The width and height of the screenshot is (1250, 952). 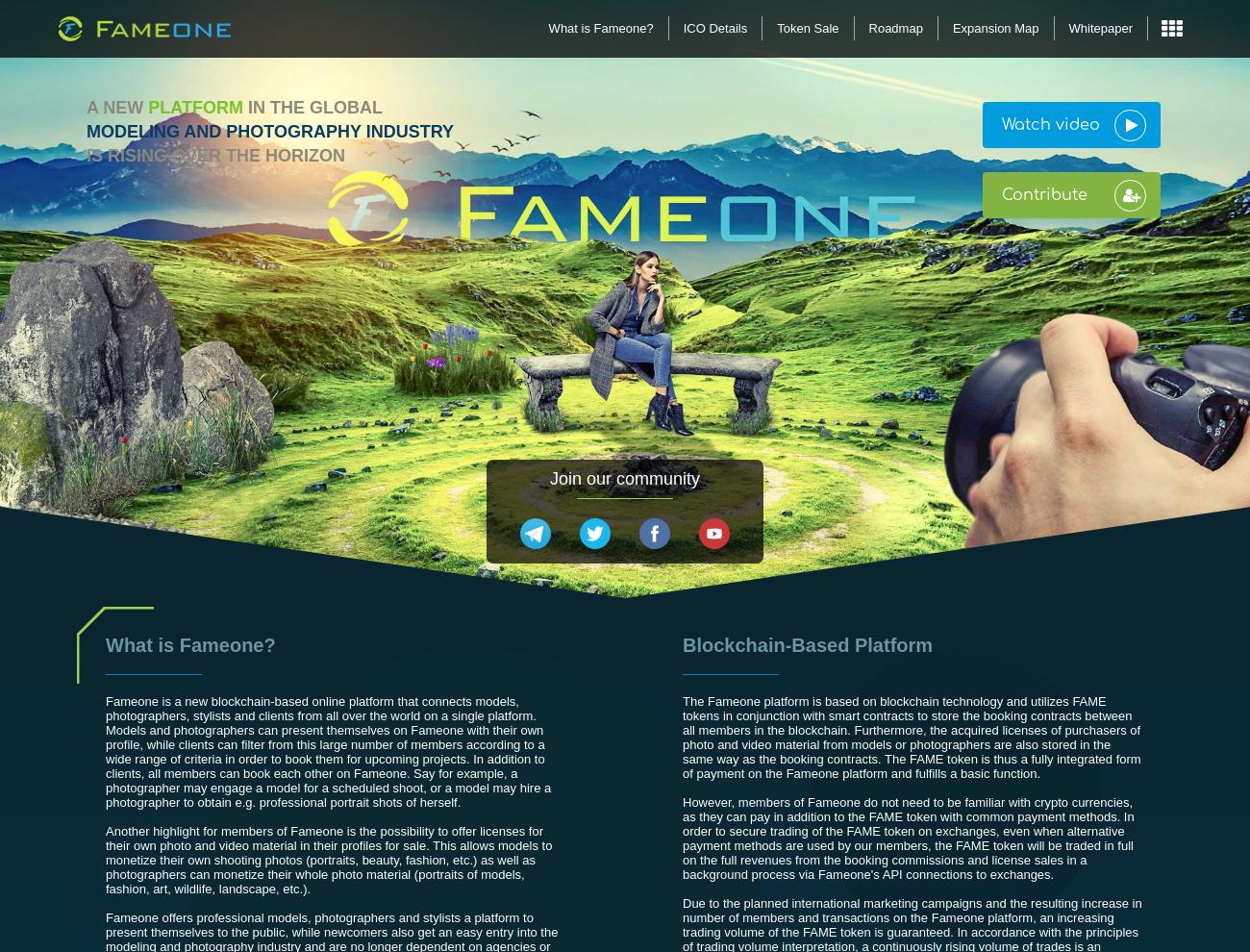 What do you see at coordinates (950, 27) in the screenshot?
I see `'Expansion Map'` at bounding box center [950, 27].